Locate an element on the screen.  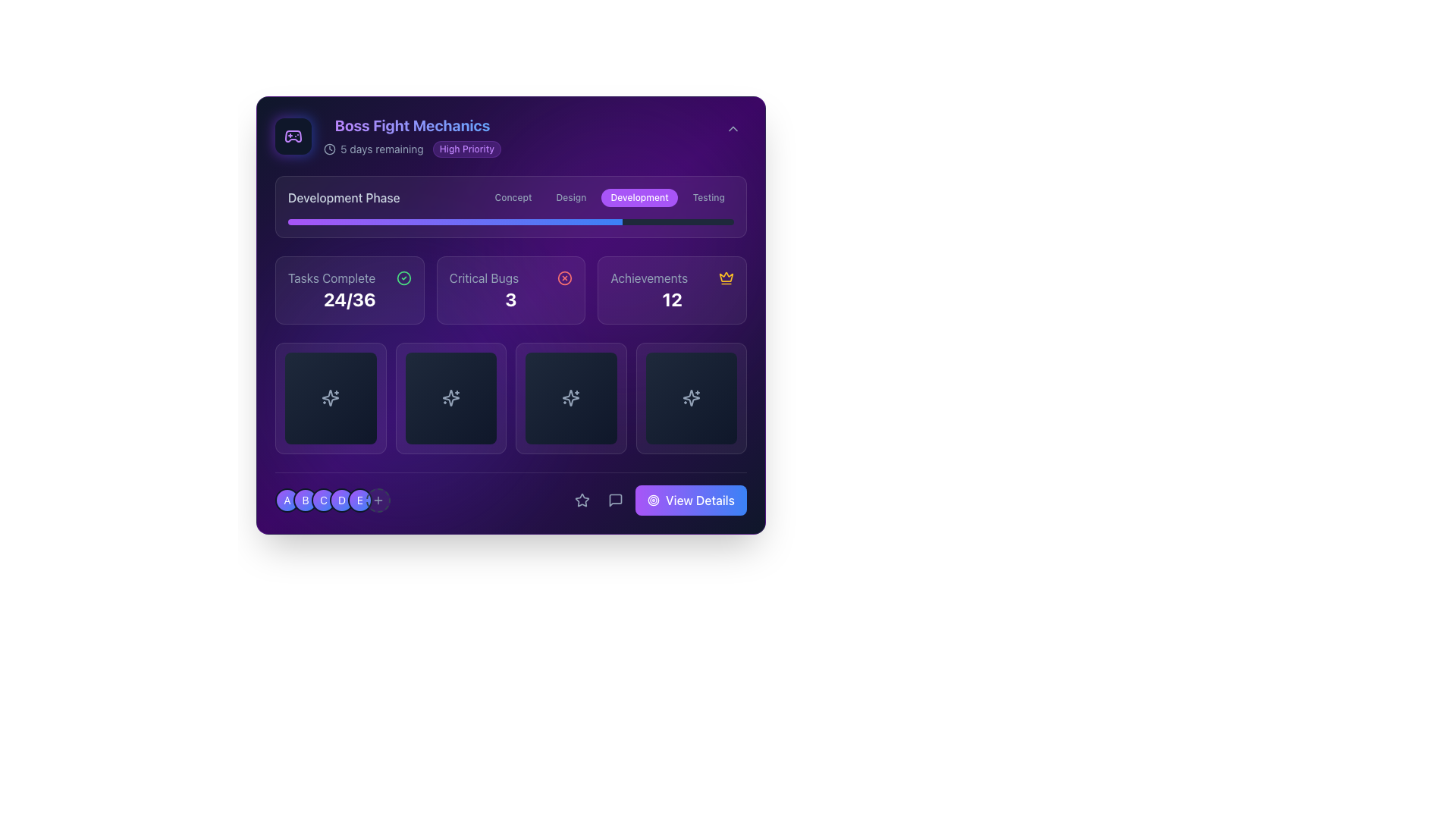
text from the 'Tasks Complete' label that is accompanied by a green circle checkmark icon, located in the top-left quadrant of the dashboard interface is located at coordinates (349, 278).